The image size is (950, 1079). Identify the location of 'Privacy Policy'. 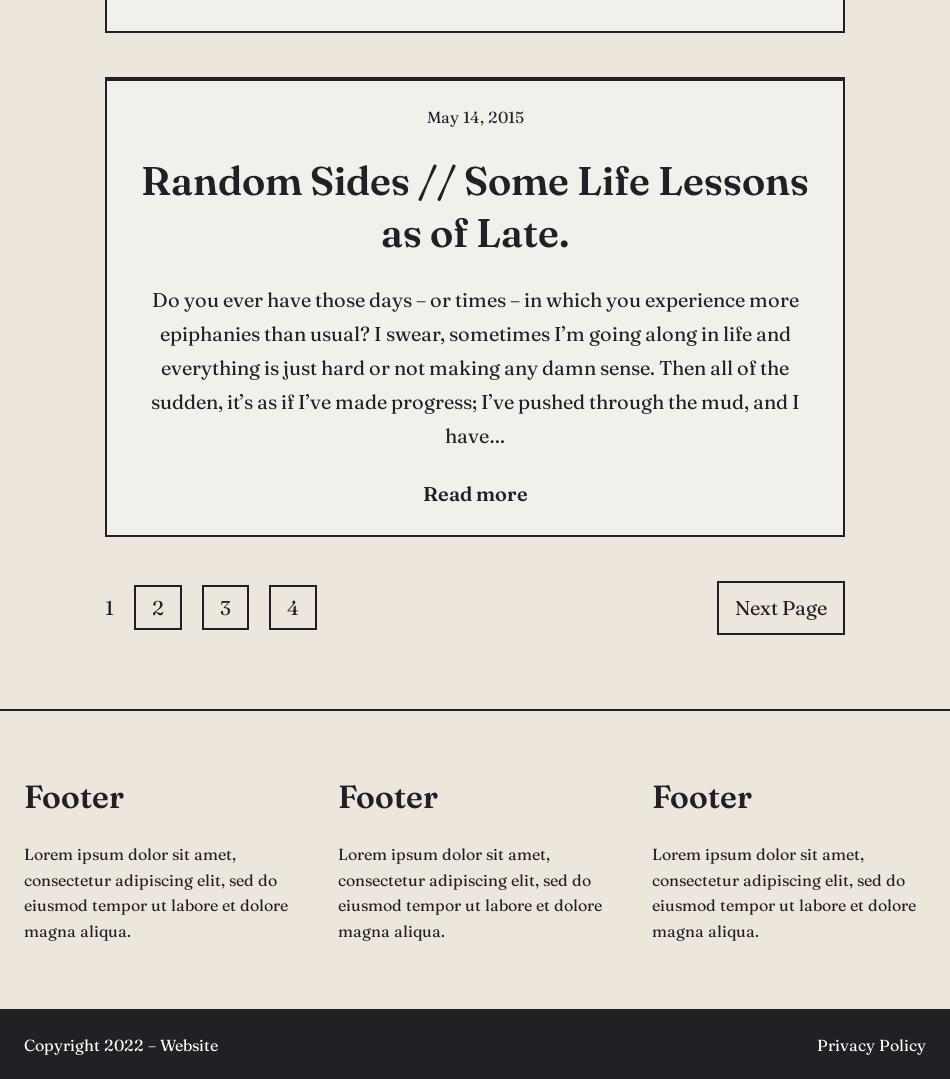
(870, 1043).